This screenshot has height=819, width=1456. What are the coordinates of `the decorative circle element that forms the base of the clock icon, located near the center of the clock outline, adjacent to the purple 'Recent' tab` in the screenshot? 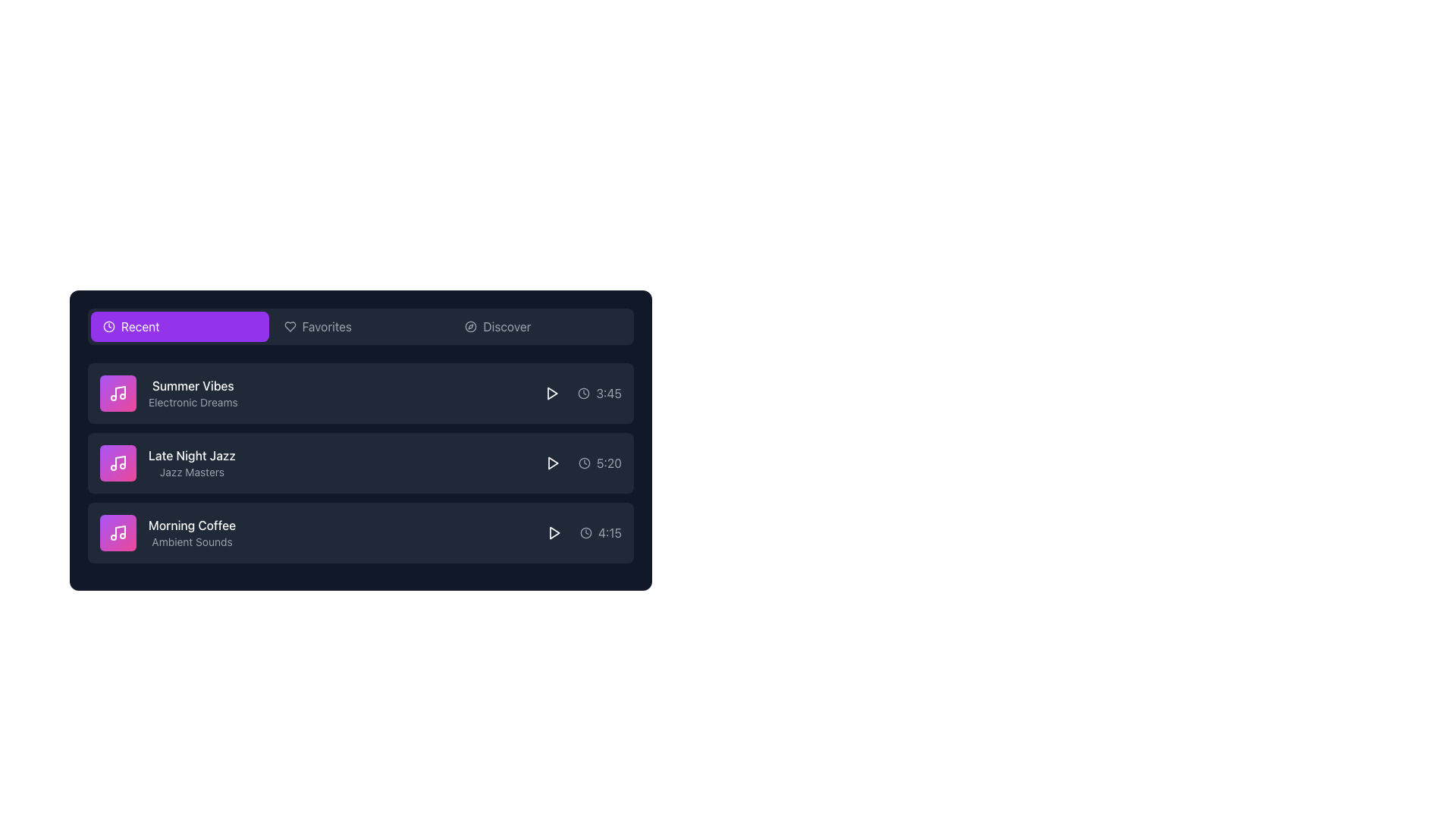 It's located at (108, 326).